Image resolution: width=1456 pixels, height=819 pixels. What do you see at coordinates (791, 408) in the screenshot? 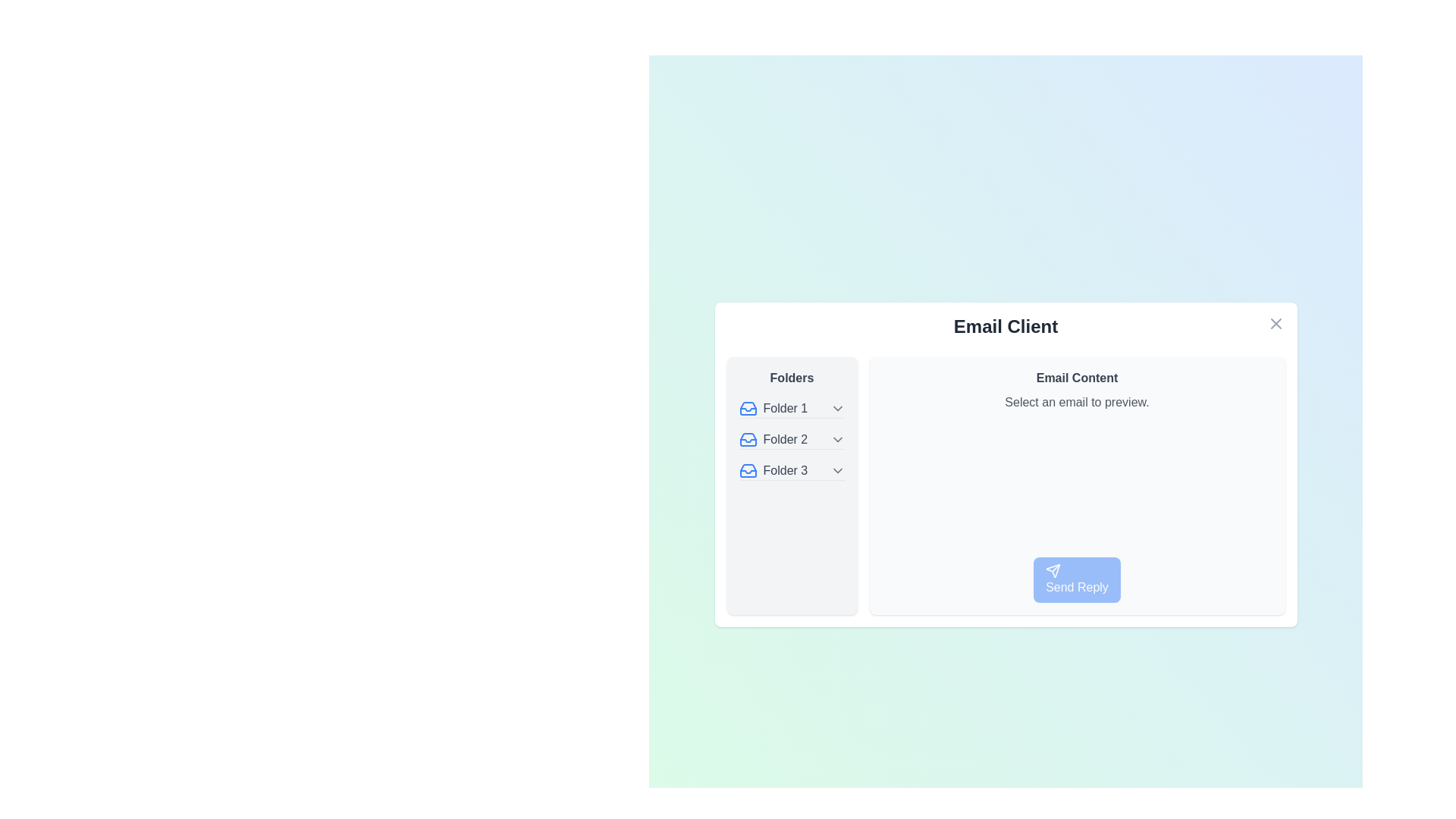
I see `the first selectable folder in the 'Folders' list on the left side of the email client` at bounding box center [791, 408].